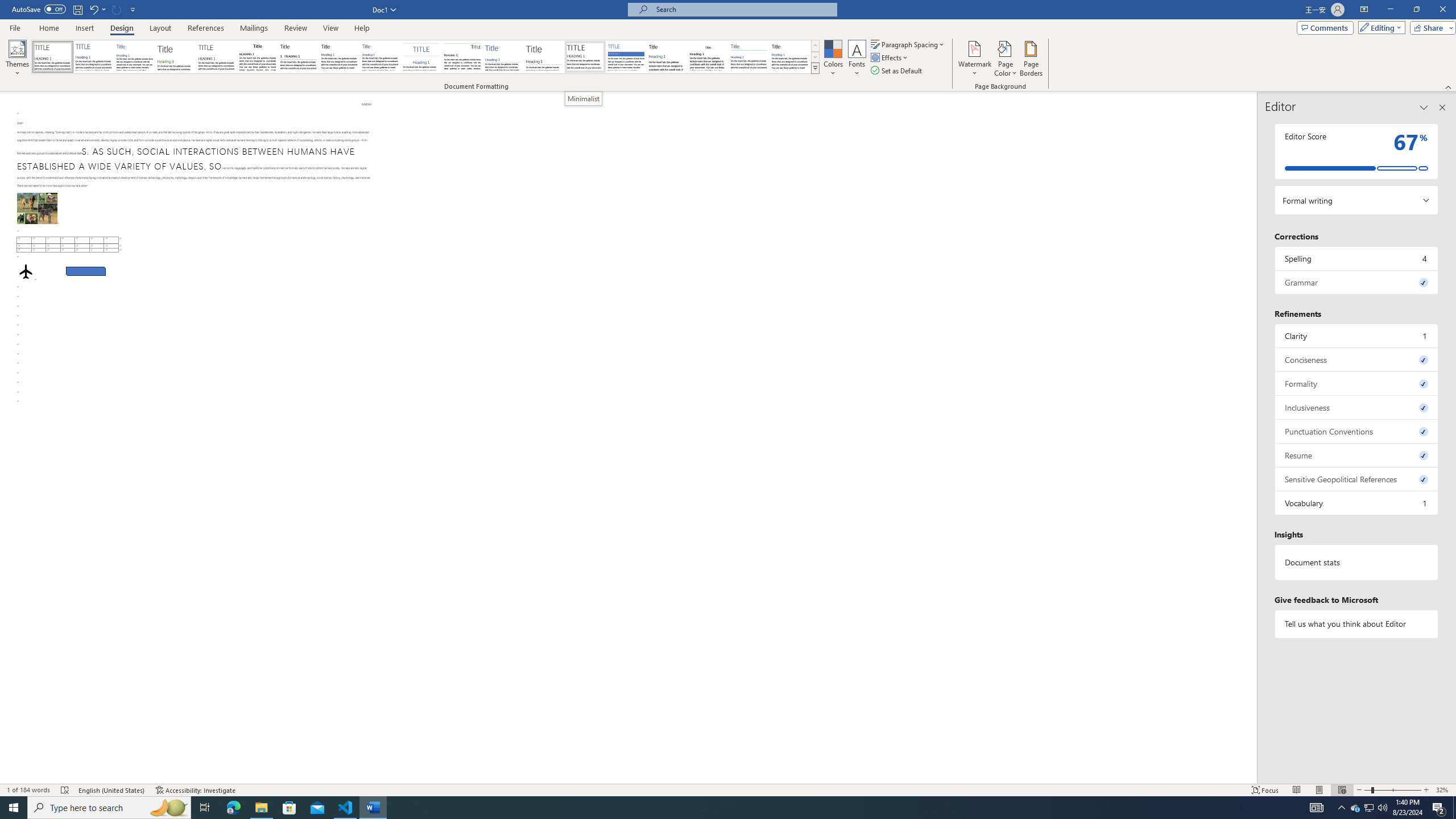 The height and width of the screenshot is (819, 1456). What do you see at coordinates (1356, 562) in the screenshot?
I see `'Document statistics'` at bounding box center [1356, 562].